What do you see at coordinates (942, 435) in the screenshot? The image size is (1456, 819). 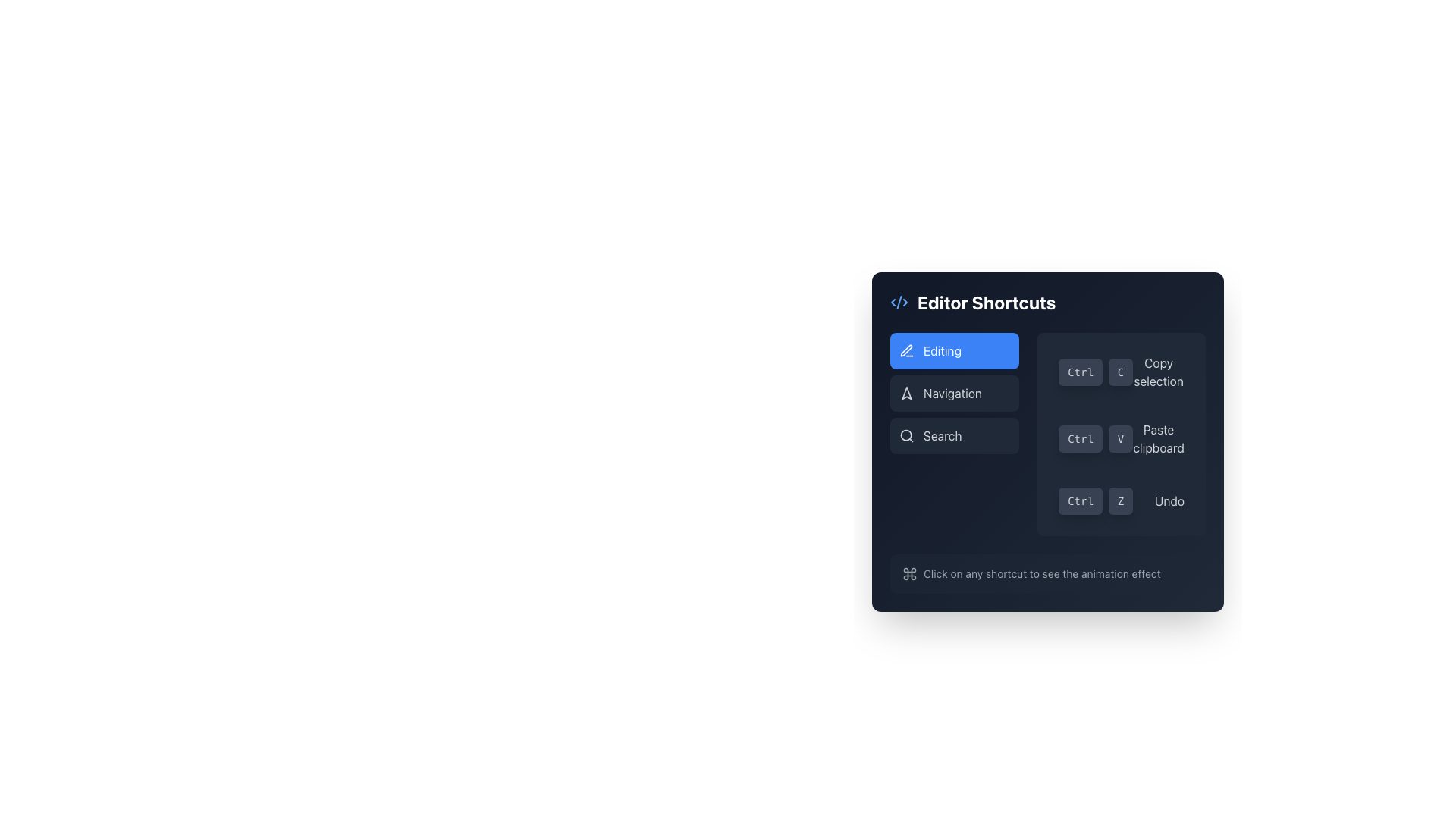 I see `the 'Search' button located at the bottom of the sidebar titled 'Editor Shortcuts'` at bounding box center [942, 435].